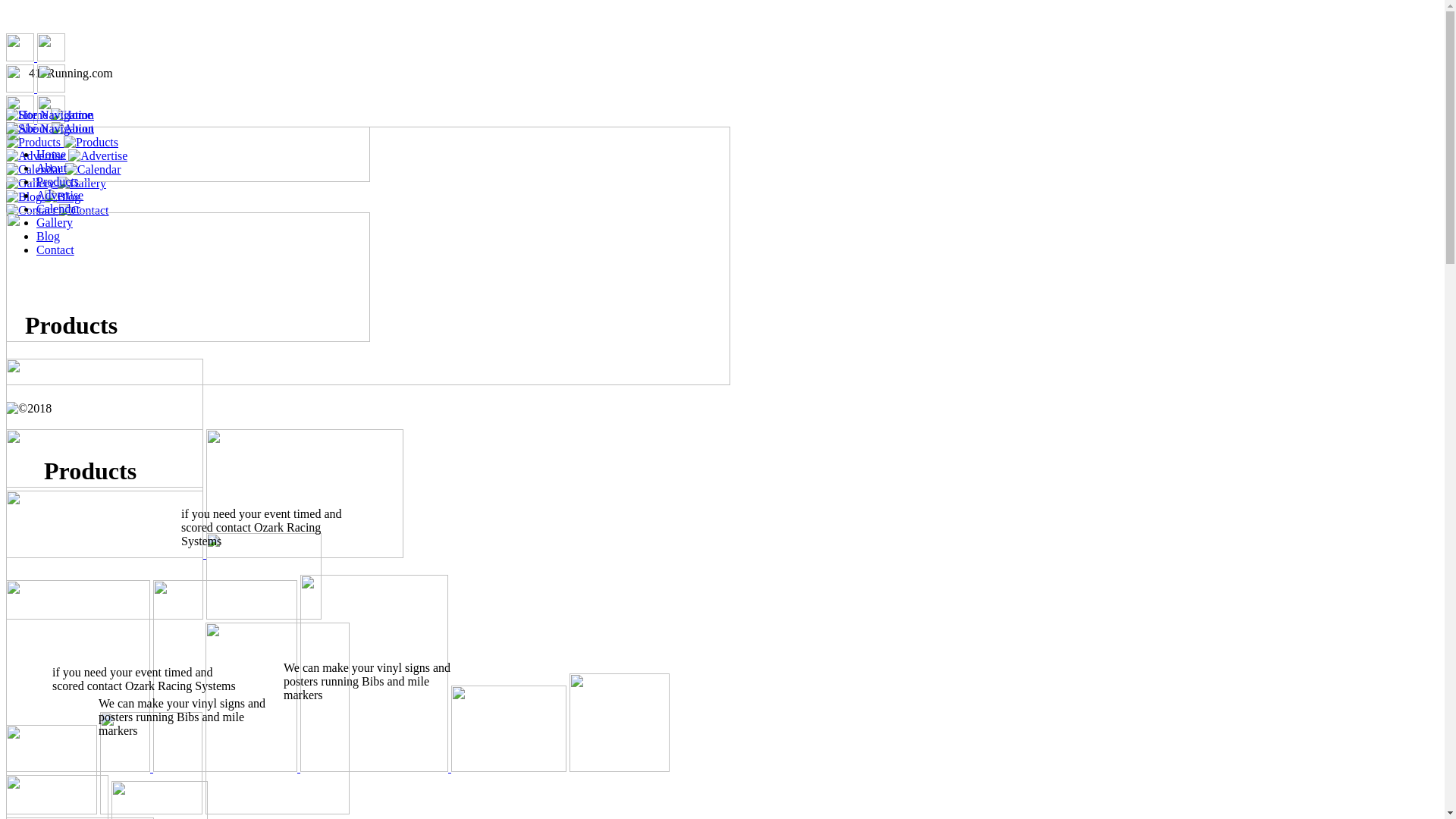 The height and width of the screenshot is (819, 1456). I want to click on 'Calendar', so click(58, 209).